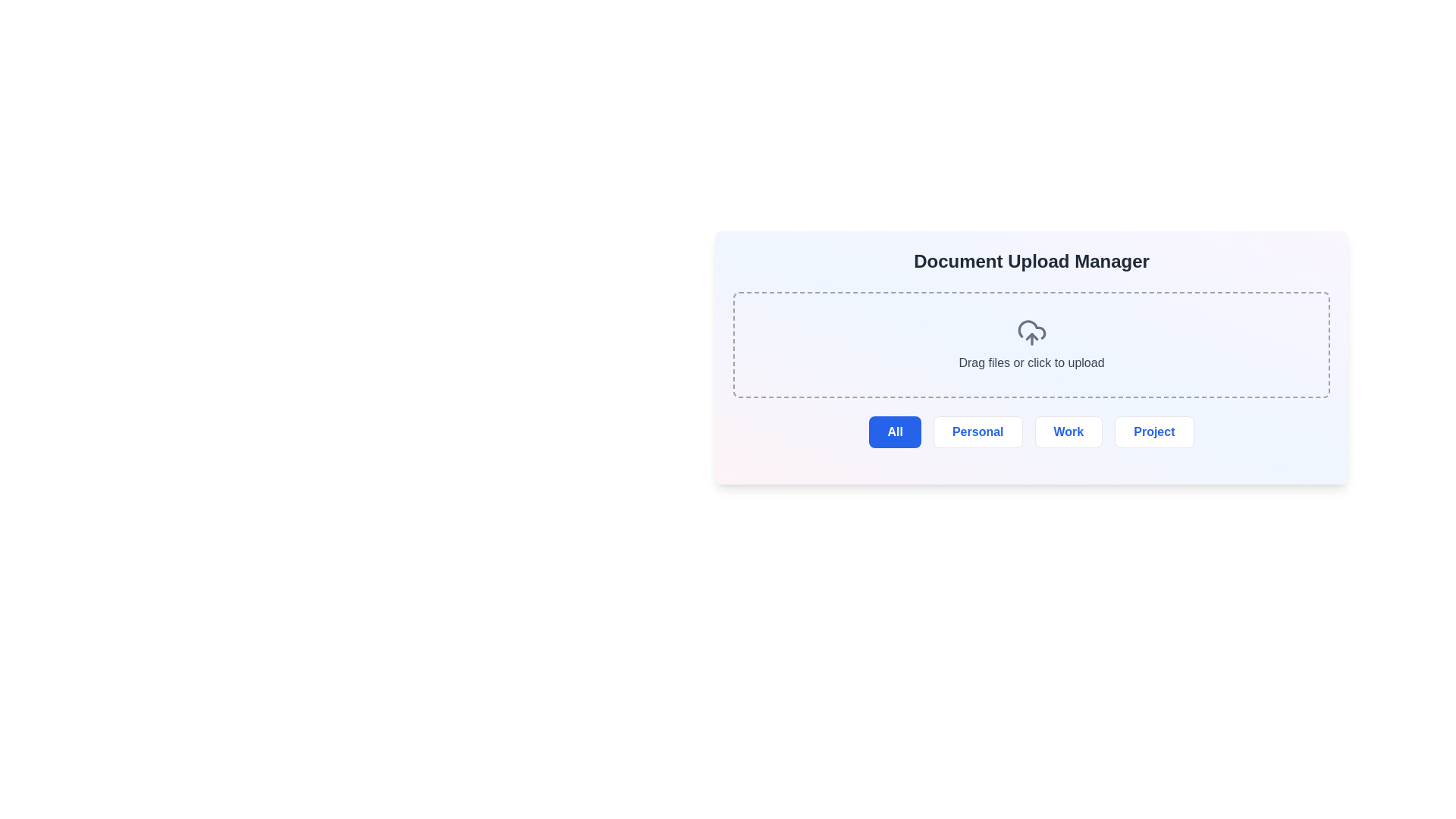 This screenshot has height=819, width=1456. What do you see at coordinates (1031, 345) in the screenshot?
I see `the file upload area located below the 'Document Upload Manager' title` at bounding box center [1031, 345].